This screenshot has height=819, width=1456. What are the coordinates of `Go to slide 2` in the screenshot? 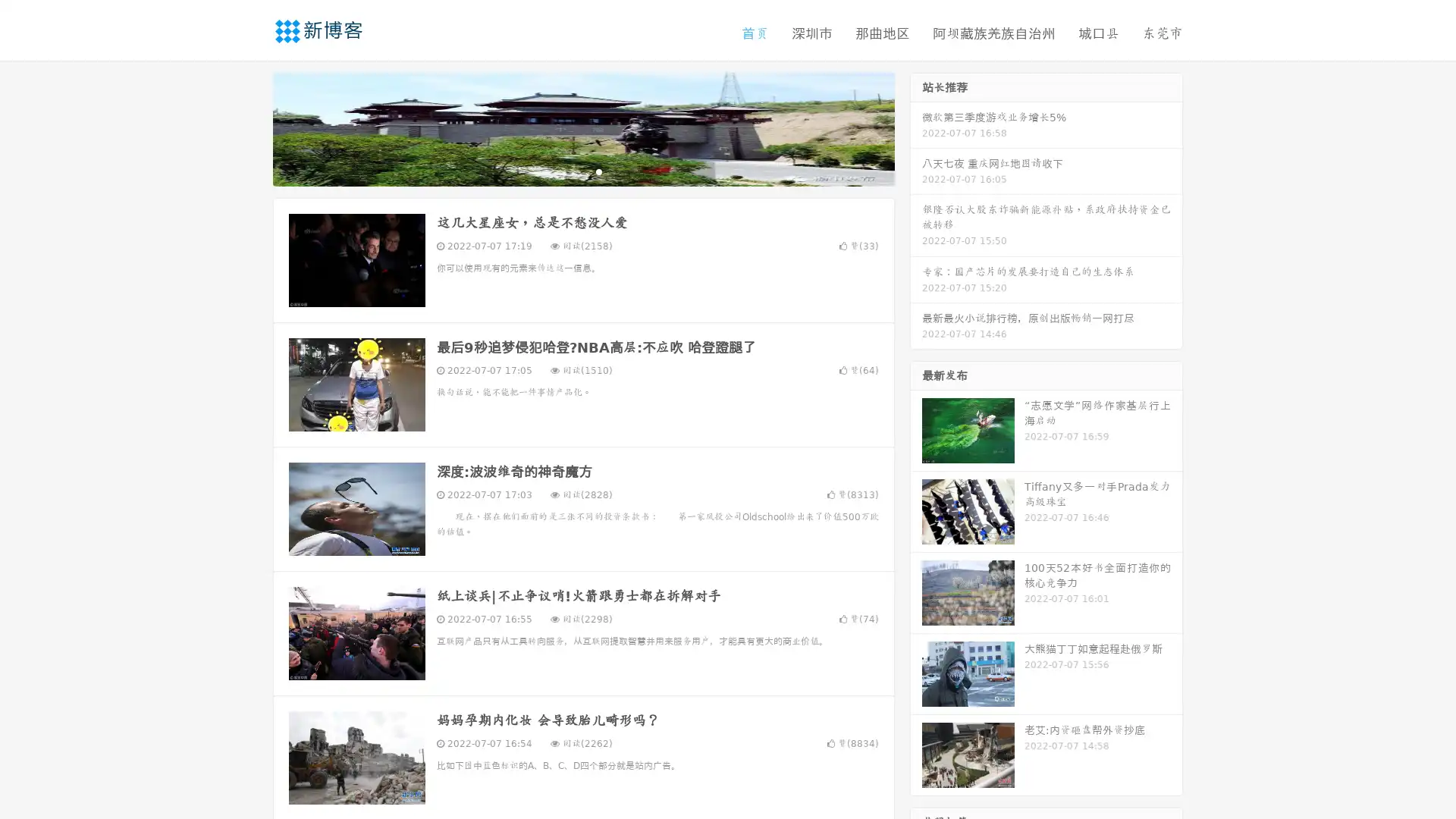 It's located at (582, 171).